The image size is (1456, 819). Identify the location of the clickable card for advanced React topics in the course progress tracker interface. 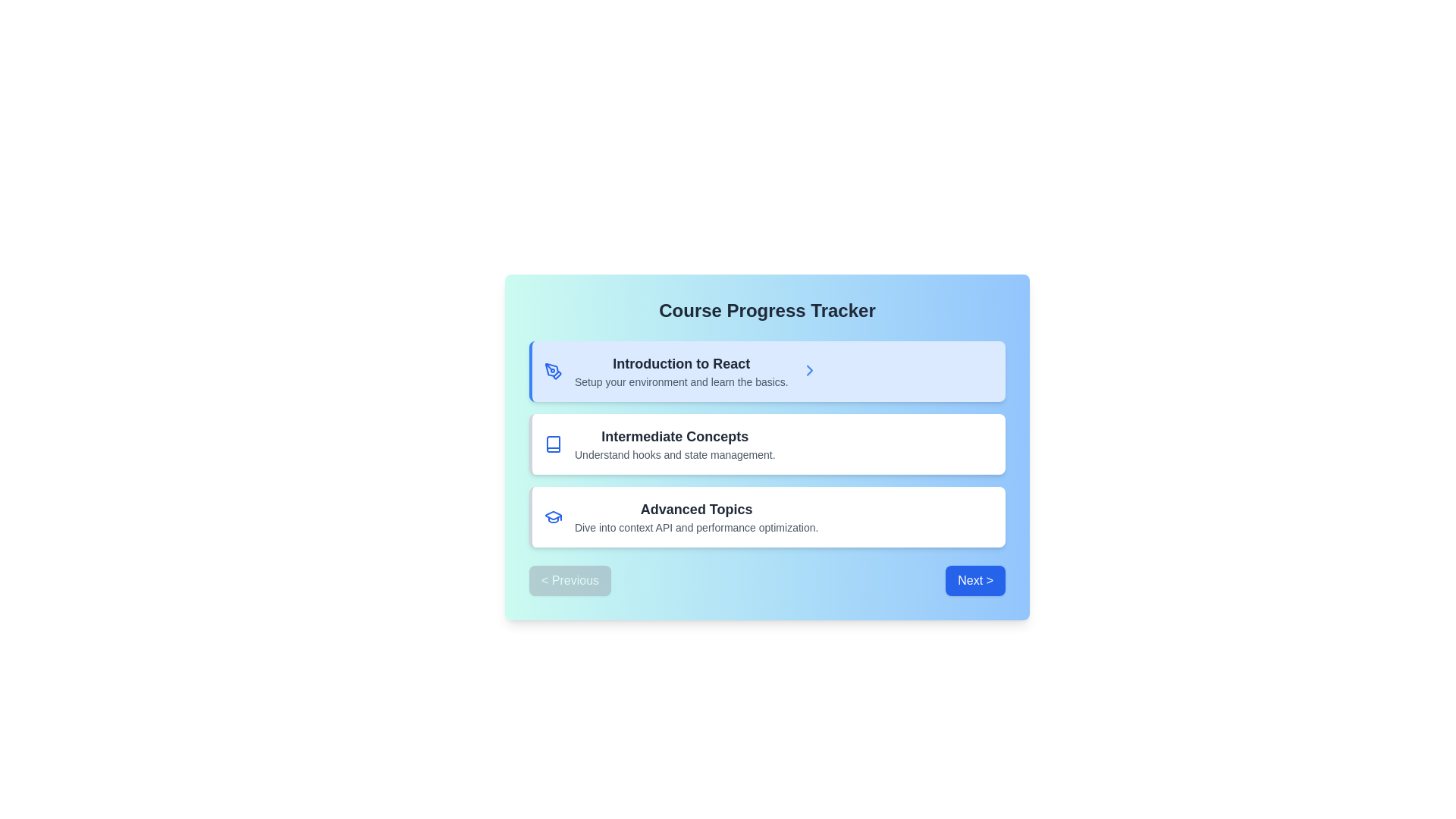
(768, 516).